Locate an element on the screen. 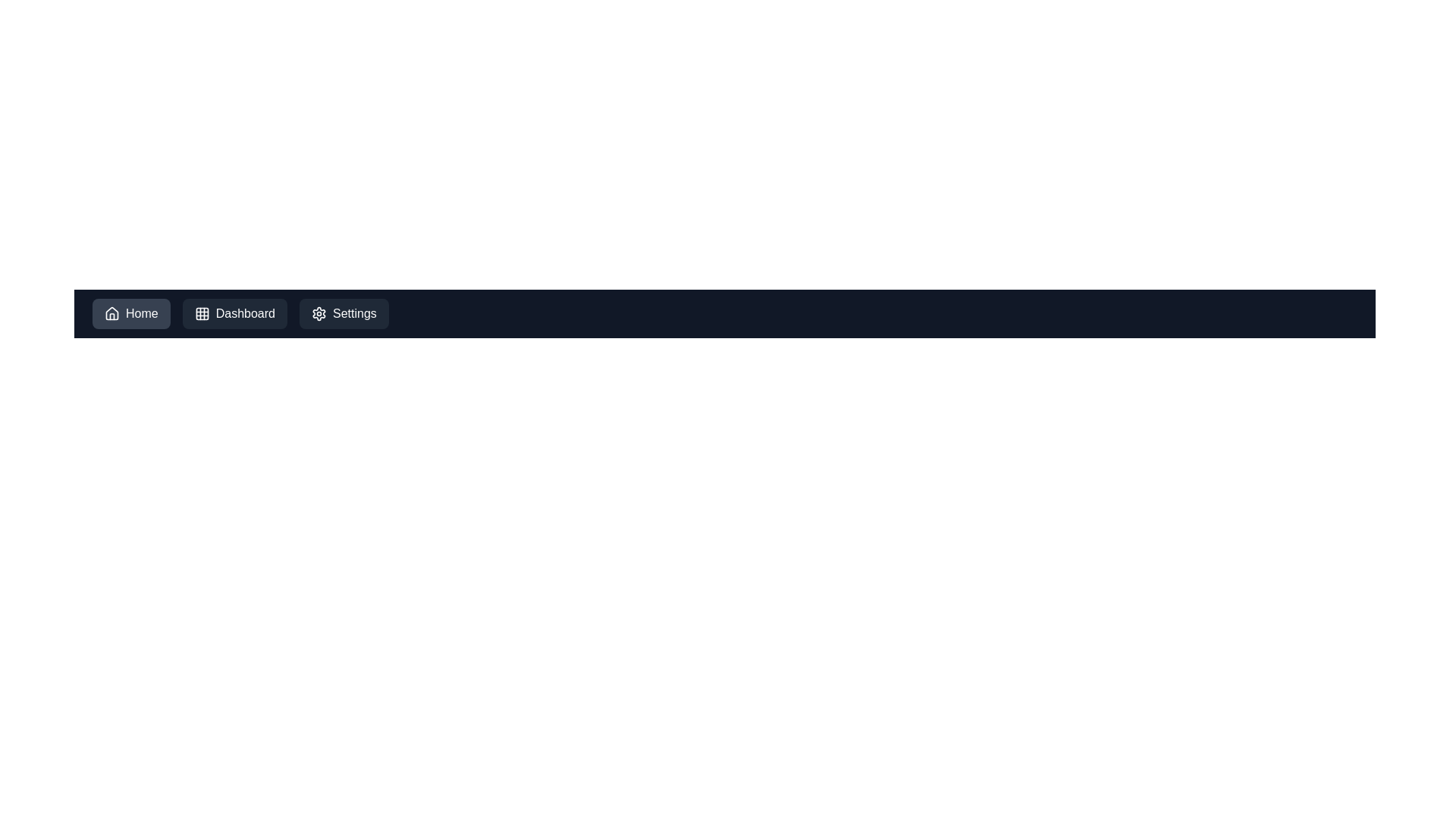 Image resolution: width=1456 pixels, height=819 pixels. the clickable text label that navigates to the dashboard section, which is centrally positioned between the 'Home' and 'Settings' navigation items is located at coordinates (245, 312).